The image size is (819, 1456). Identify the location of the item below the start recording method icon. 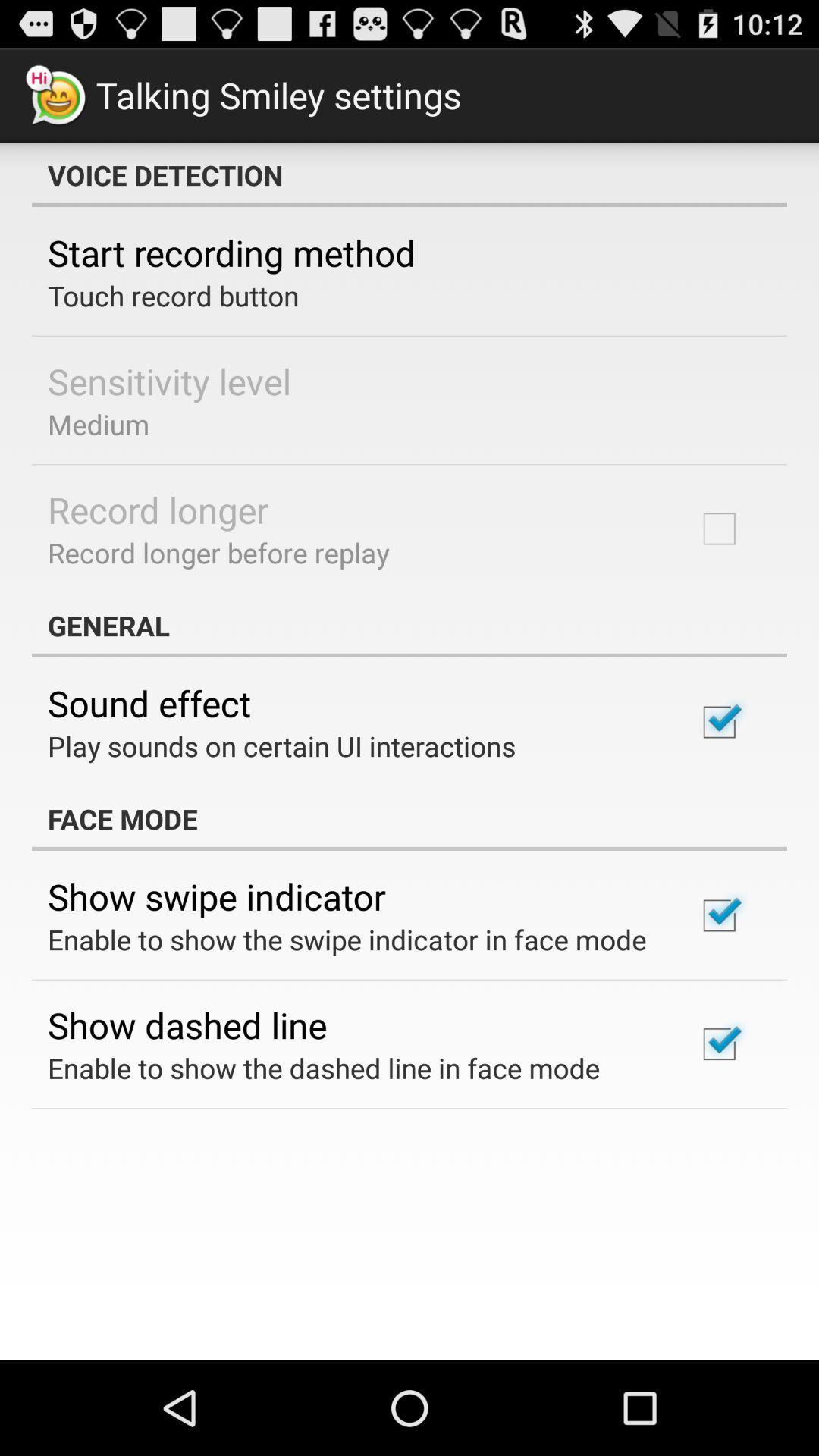
(172, 295).